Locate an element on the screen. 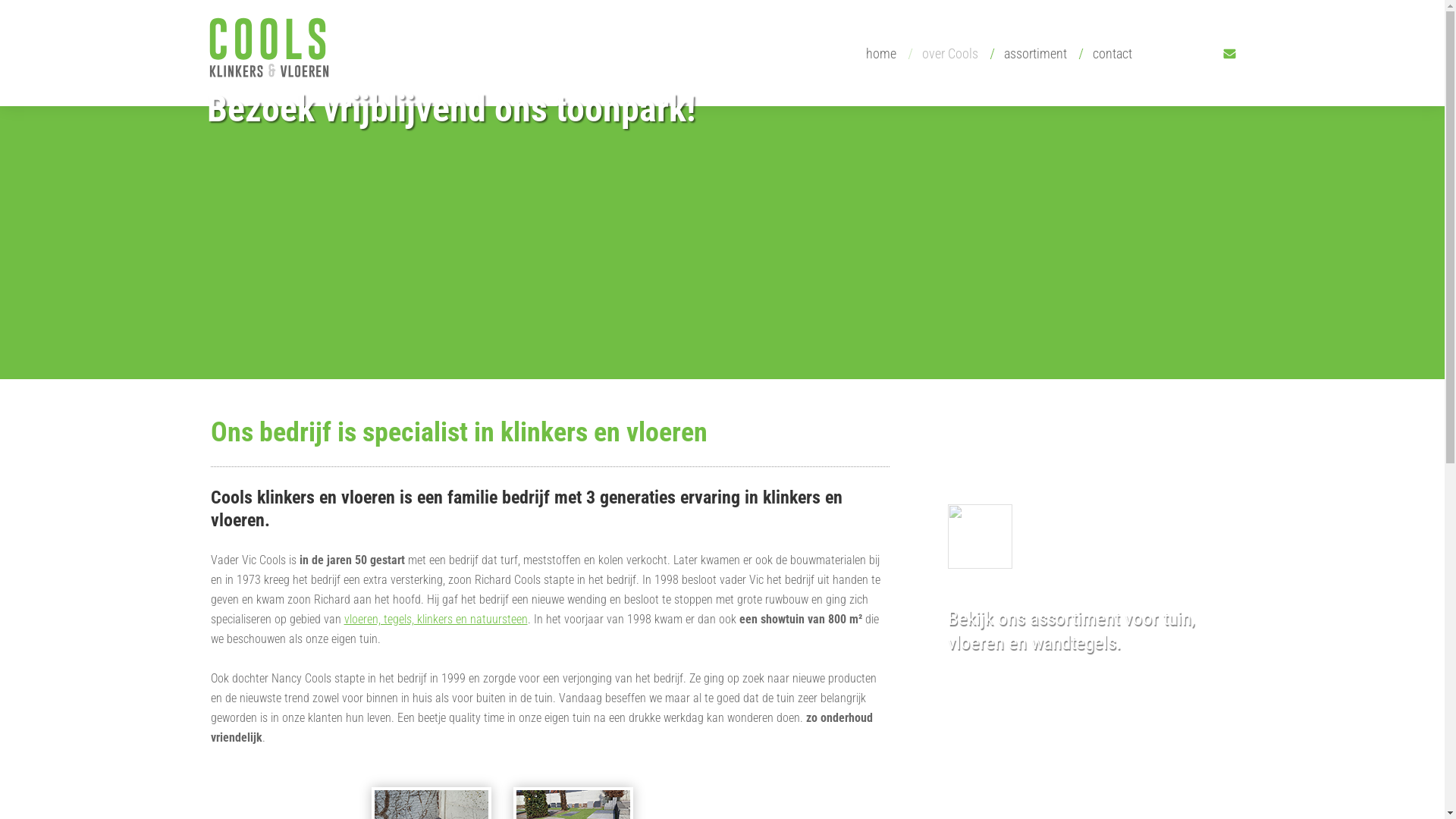  'vloeren, tegels, klinkers en natuursteen' is located at coordinates (435, 619).